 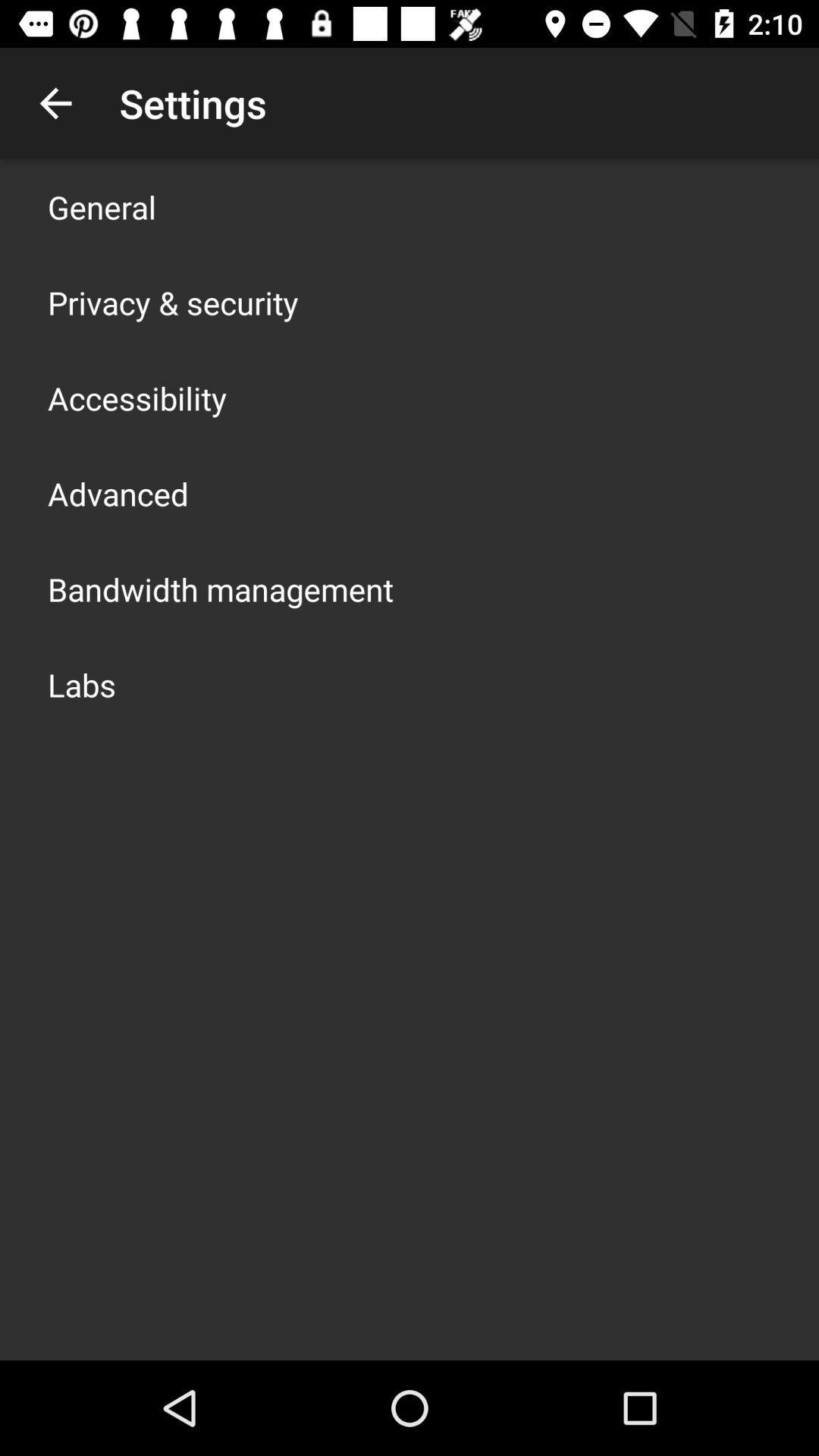 I want to click on general item, so click(x=102, y=206).